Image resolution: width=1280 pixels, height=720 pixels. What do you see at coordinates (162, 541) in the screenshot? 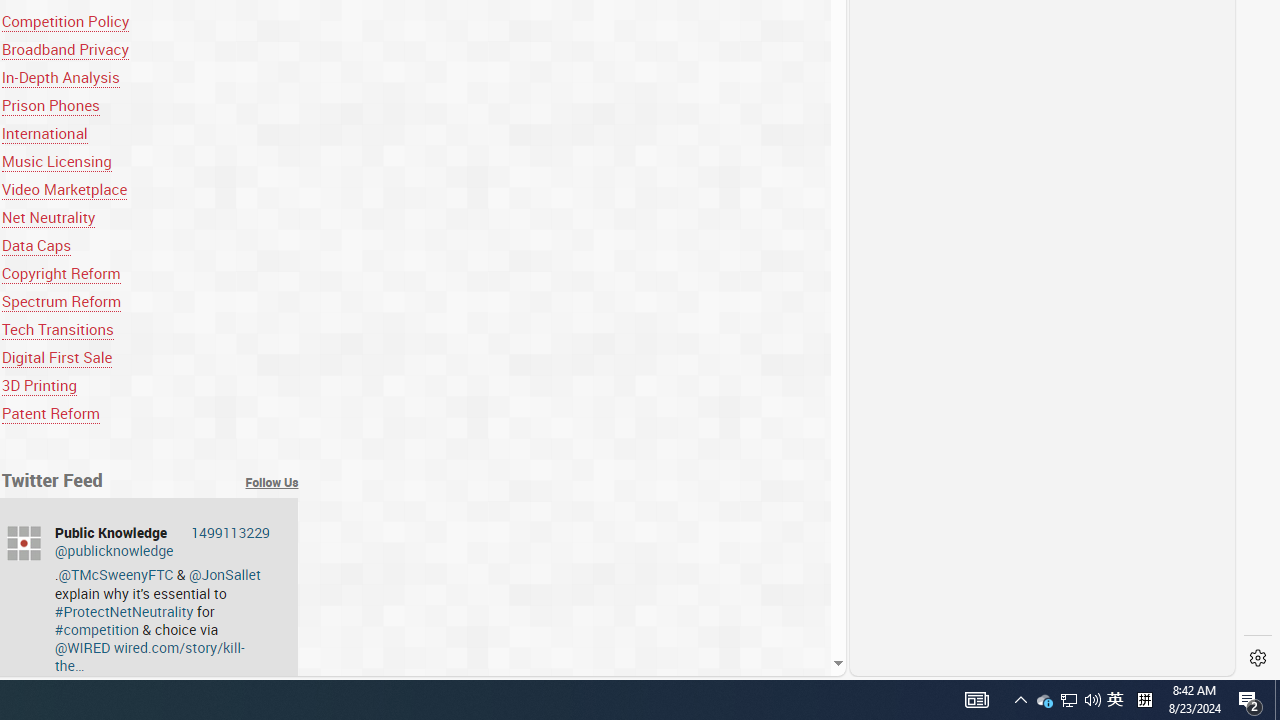
I see `'Public Knowledge @publicknowledge'` at bounding box center [162, 541].